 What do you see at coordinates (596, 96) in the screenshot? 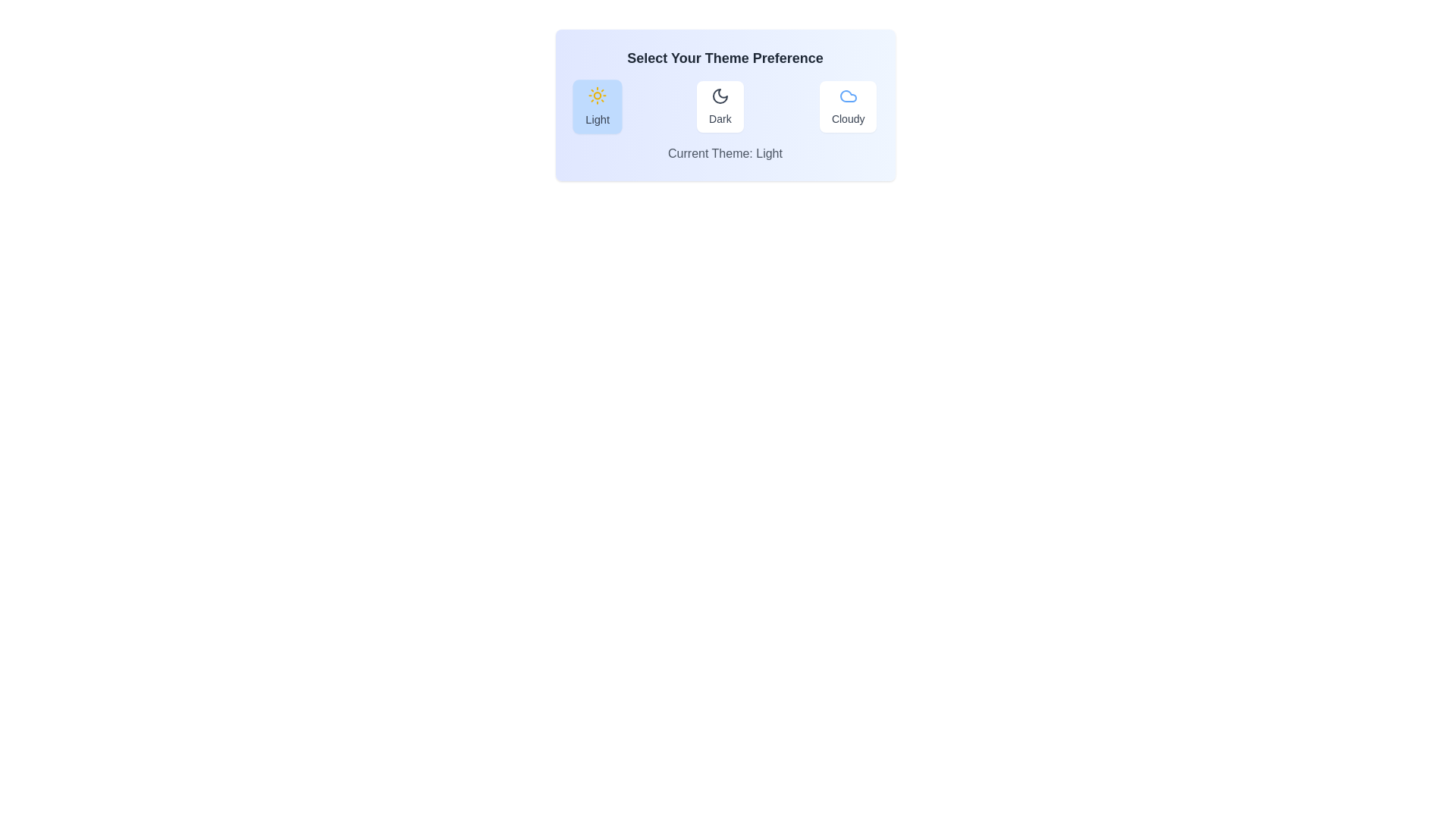
I see `the icon representing the Light theme` at bounding box center [596, 96].